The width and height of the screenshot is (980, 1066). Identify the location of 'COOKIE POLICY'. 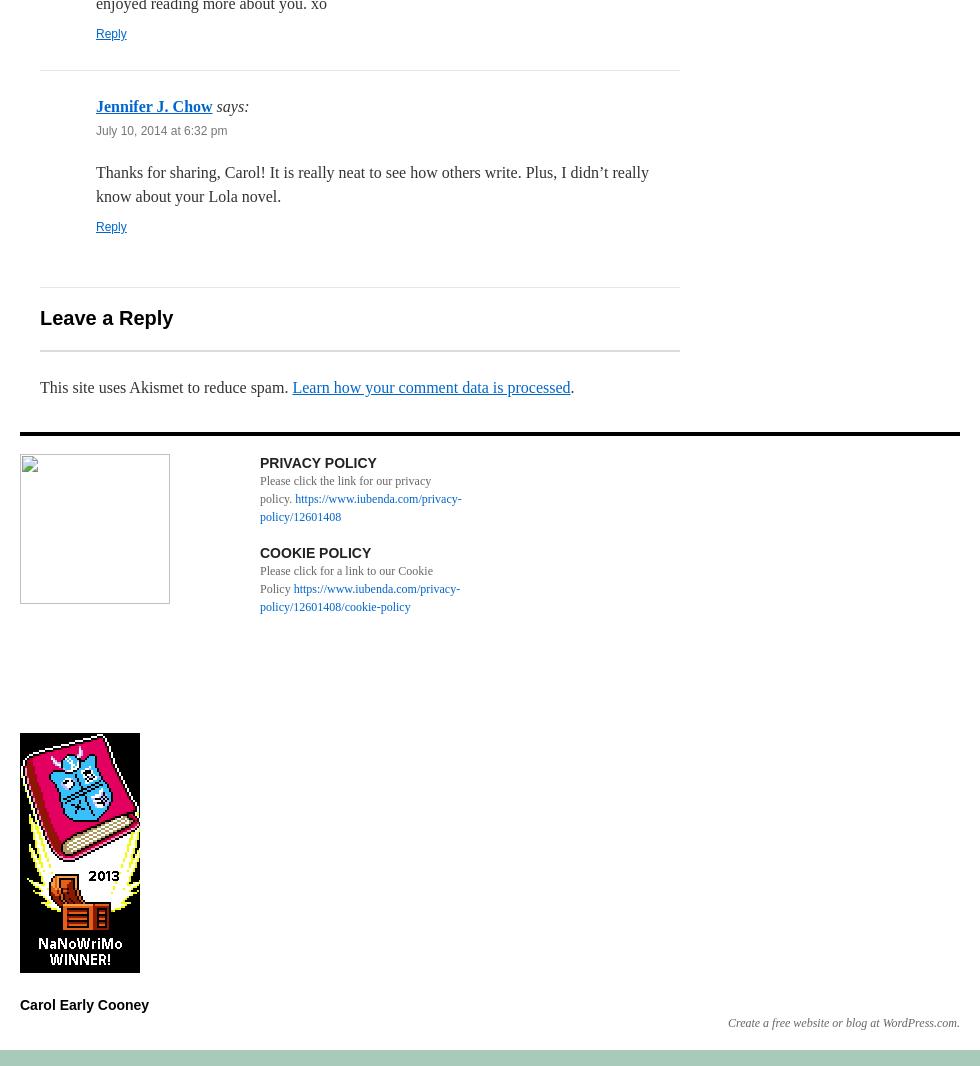
(315, 550).